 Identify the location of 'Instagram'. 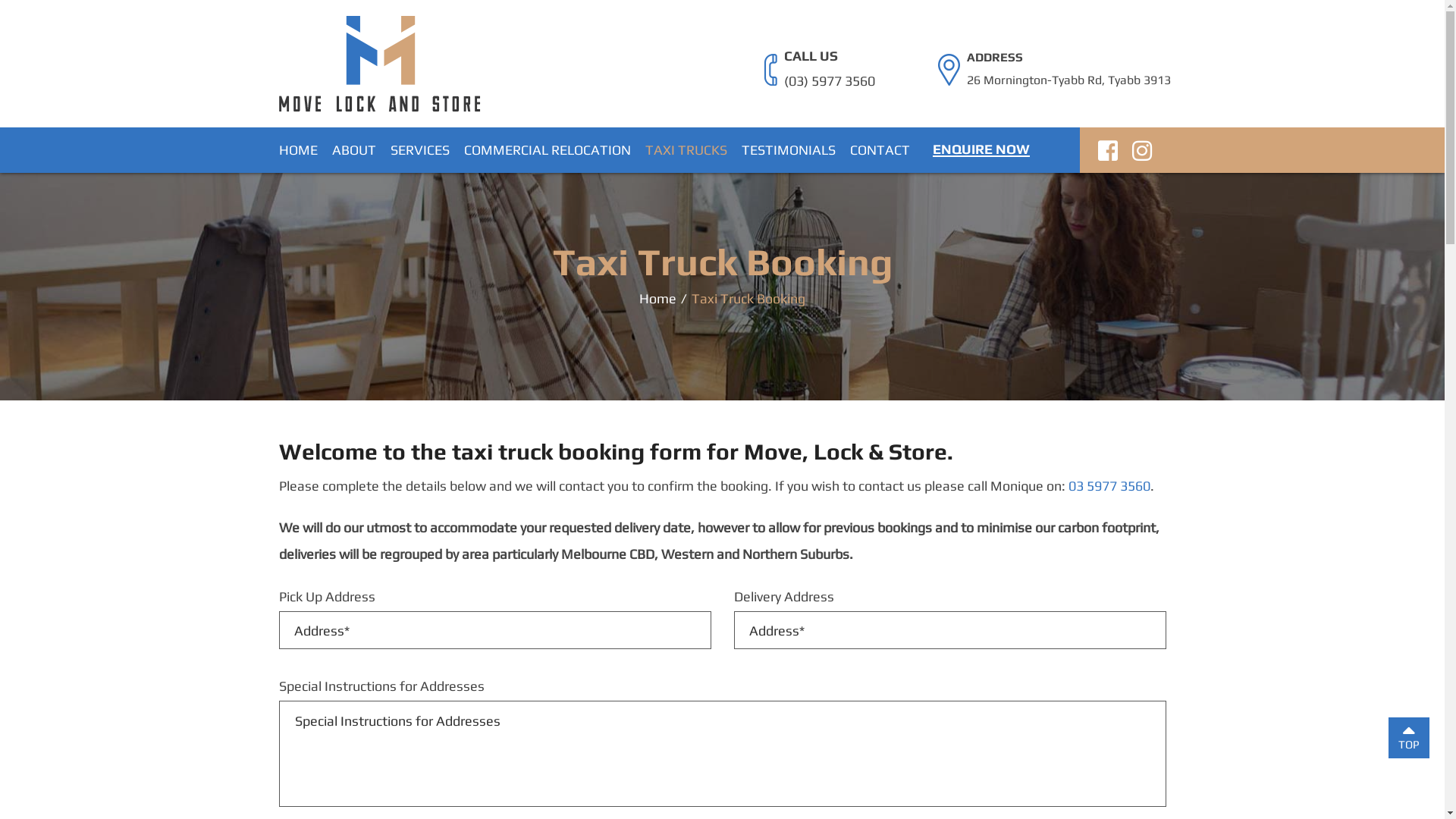
(1141, 154).